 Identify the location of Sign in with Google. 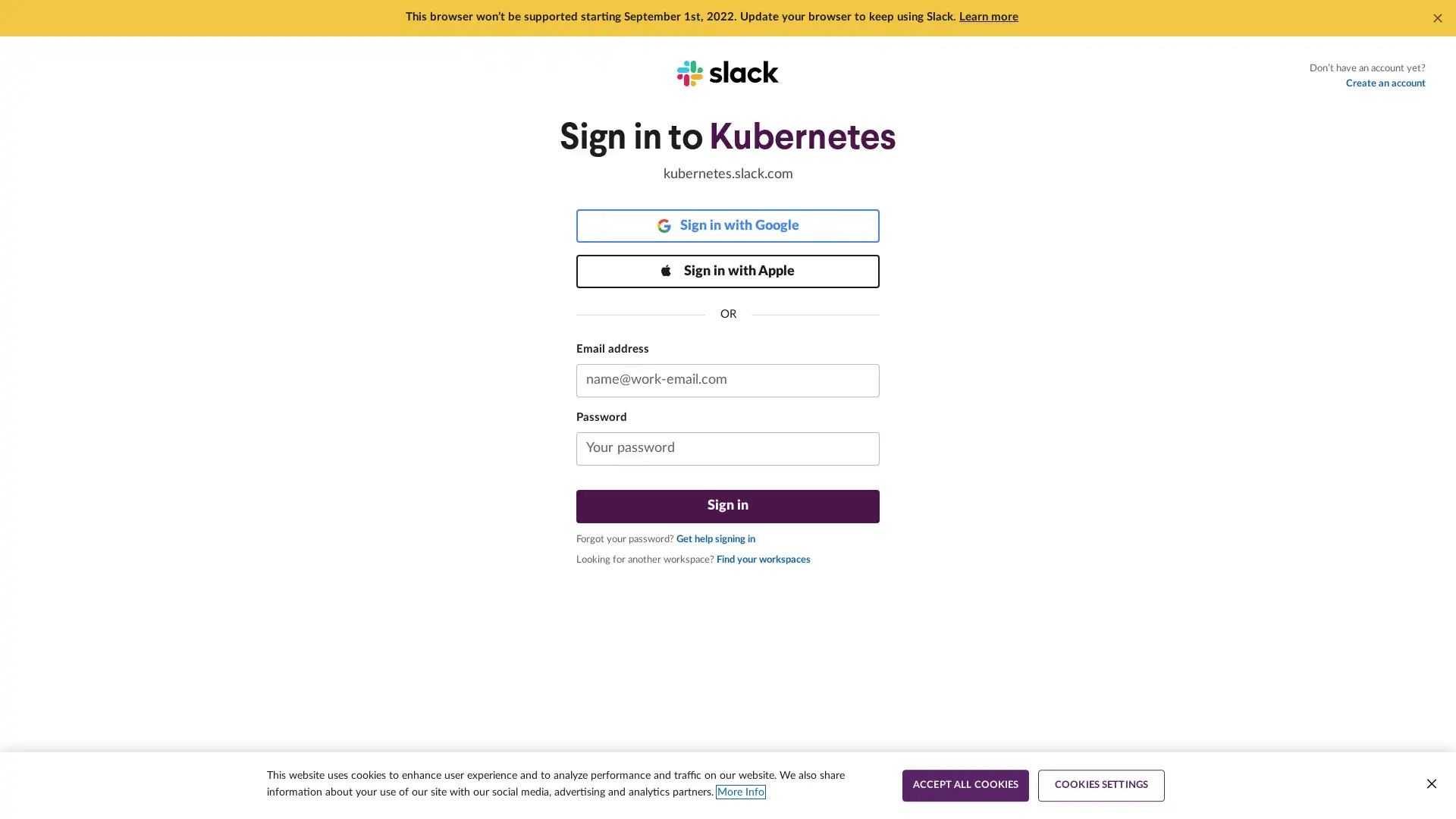
(728, 225).